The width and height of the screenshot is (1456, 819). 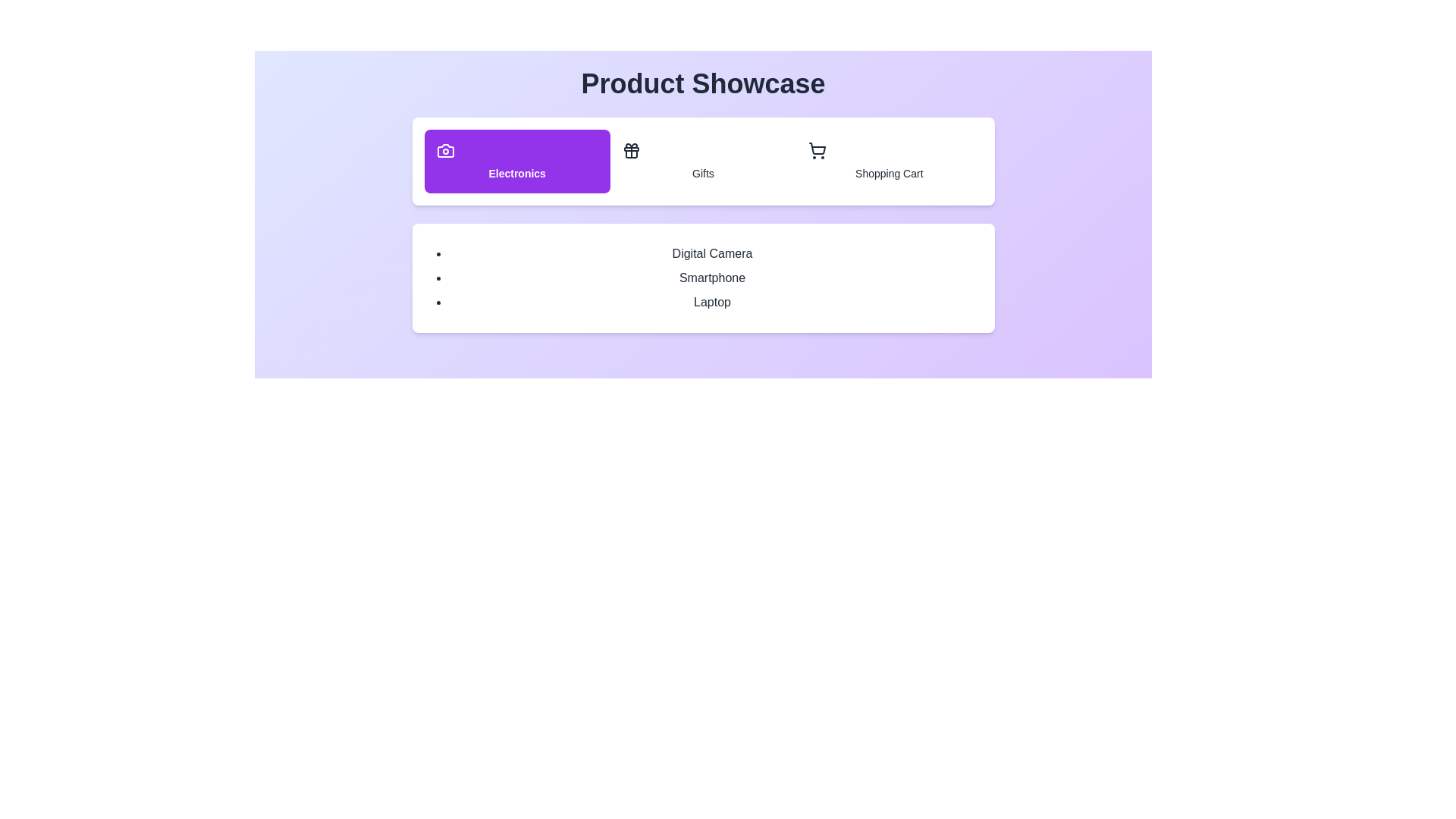 I want to click on the gift icon located under the 'Gifts' label in the navigation menu, which has a minimalist black design resembling a wrapped present, so click(x=631, y=151).